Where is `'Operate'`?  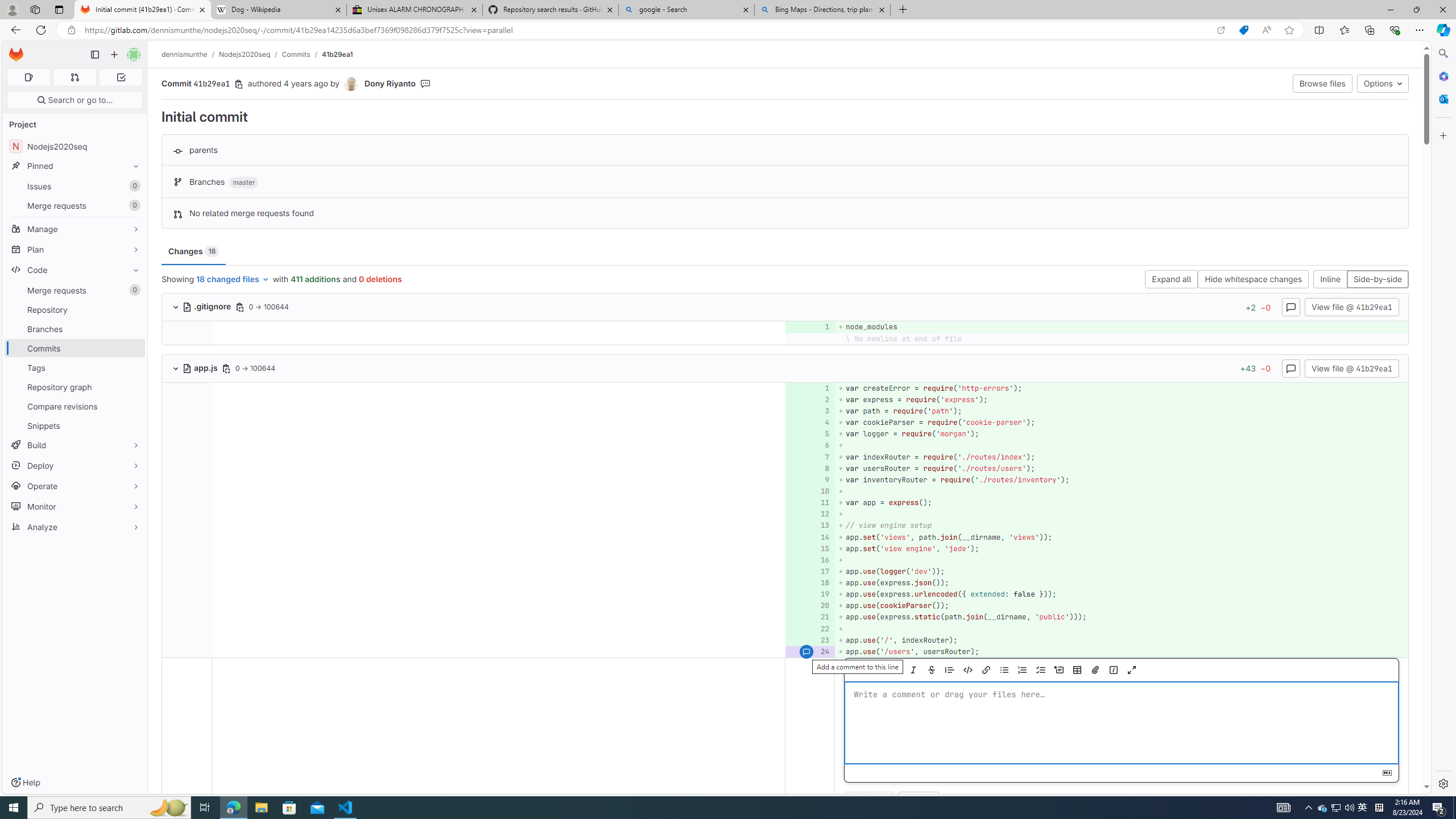
'Operate' is located at coordinates (74, 486).